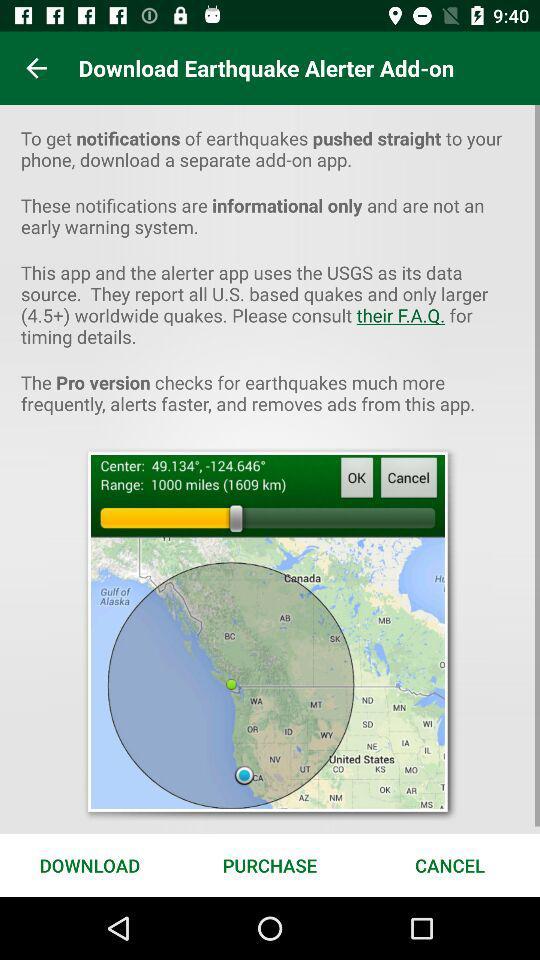 This screenshot has width=540, height=960. What do you see at coordinates (449, 864) in the screenshot?
I see `the item at the bottom right corner` at bounding box center [449, 864].